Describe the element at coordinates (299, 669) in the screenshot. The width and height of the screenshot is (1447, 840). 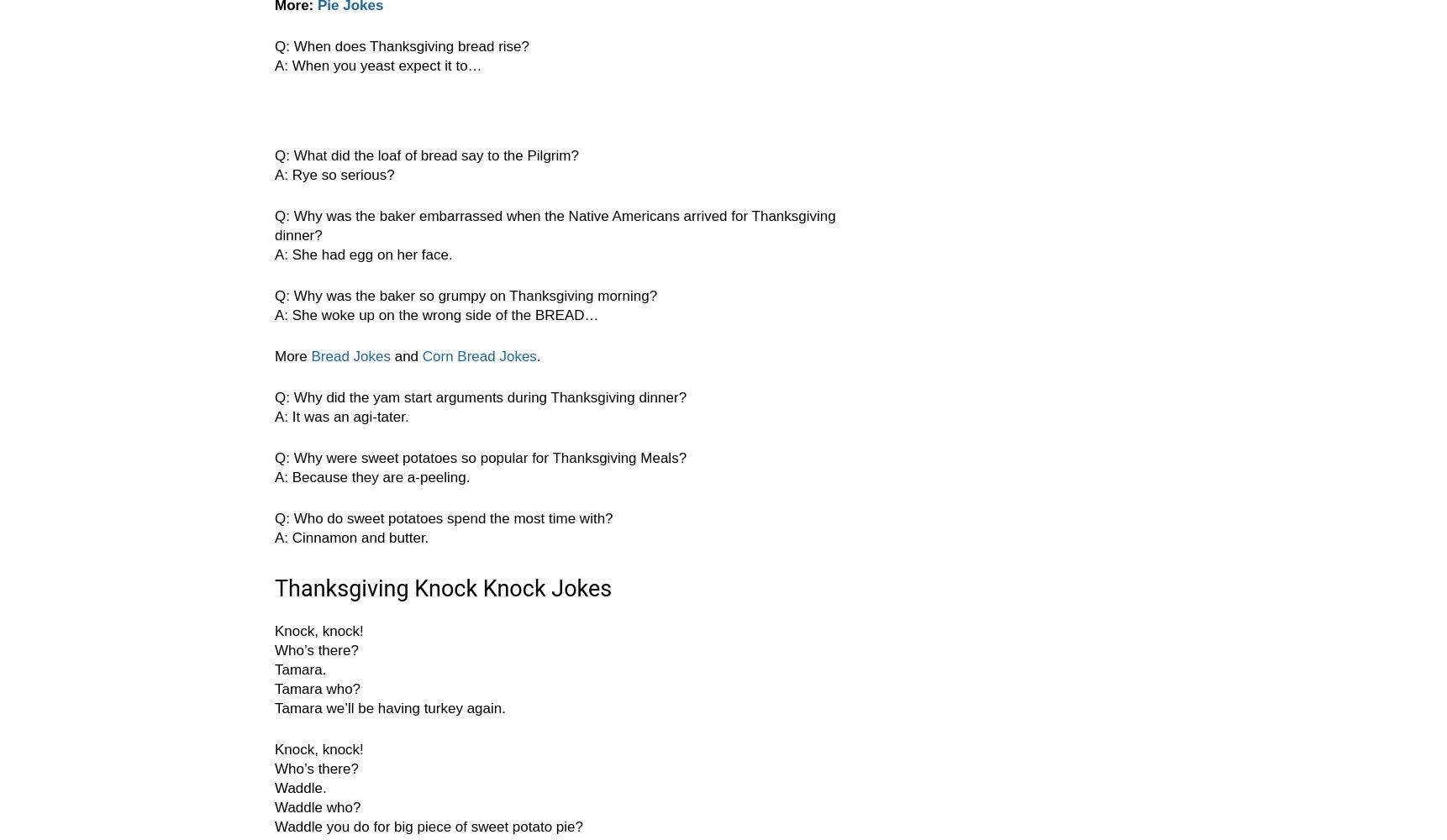
I see `'Tamara.'` at that location.